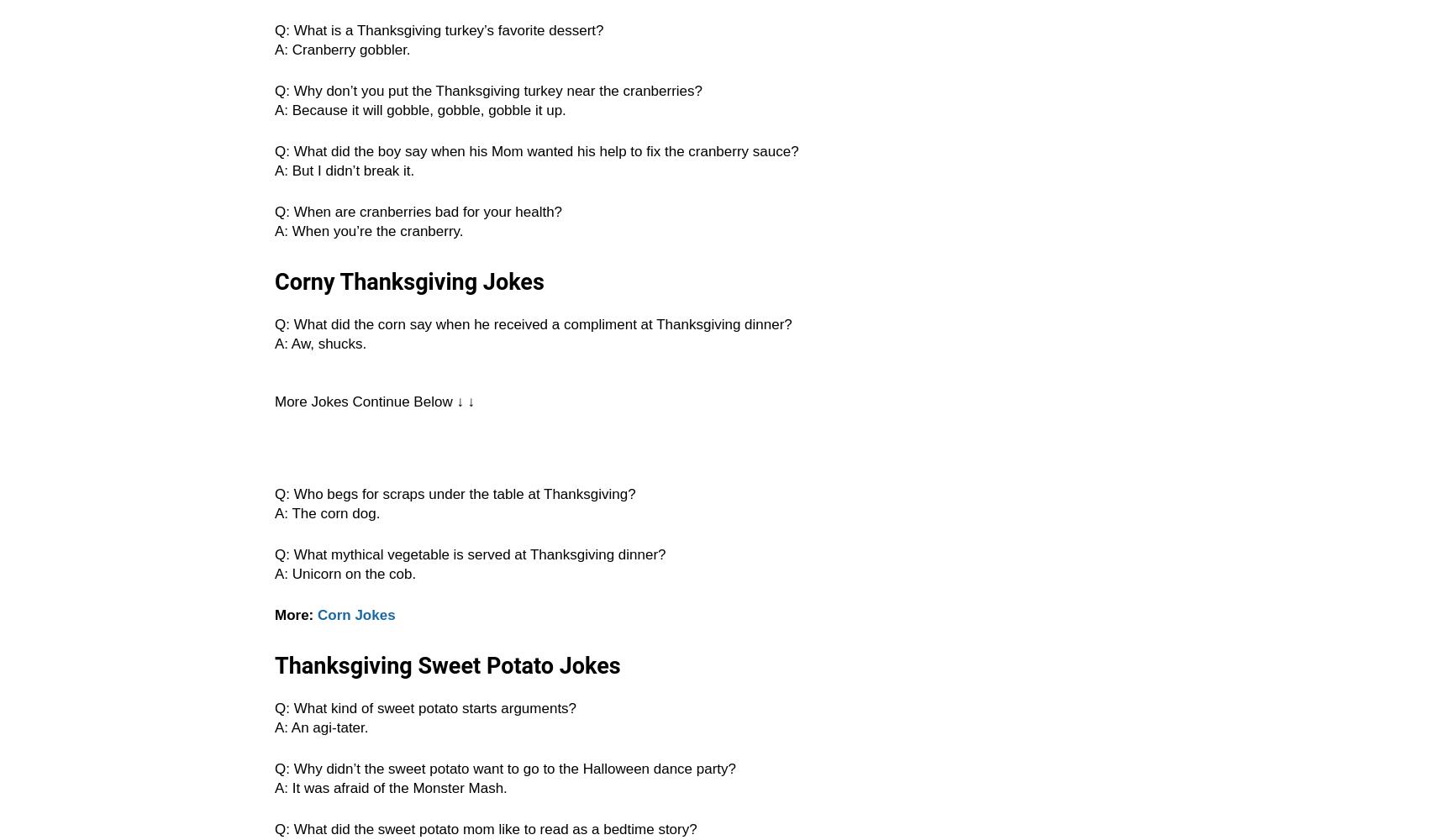 The image size is (1447, 840). I want to click on 'Corny Thanksgiving Jokes', so click(408, 281).